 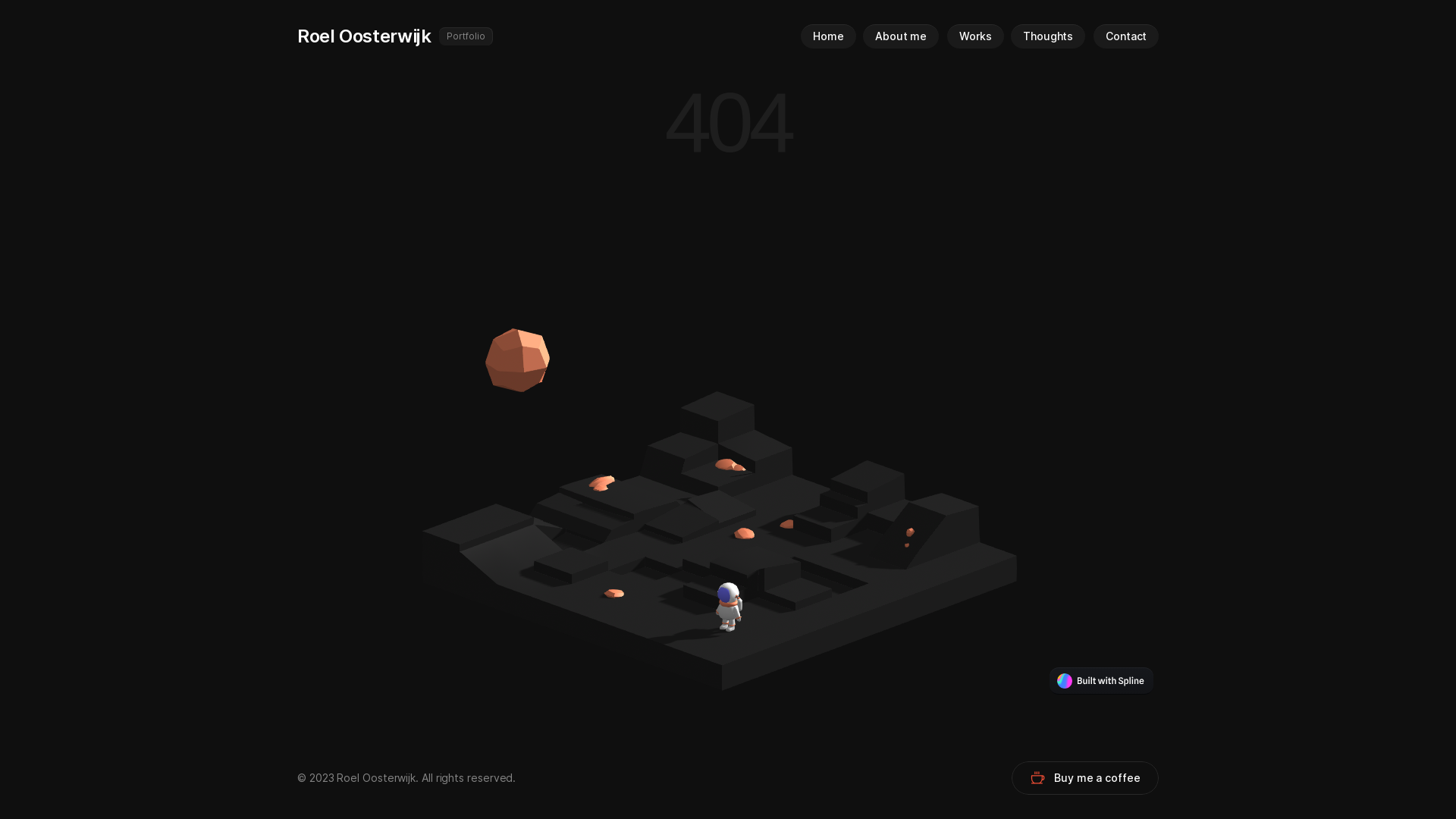 What do you see at coordinates (1047, 35) in the screenshot?
I see `'Thoughts'` at bounding box center [1047, 35].